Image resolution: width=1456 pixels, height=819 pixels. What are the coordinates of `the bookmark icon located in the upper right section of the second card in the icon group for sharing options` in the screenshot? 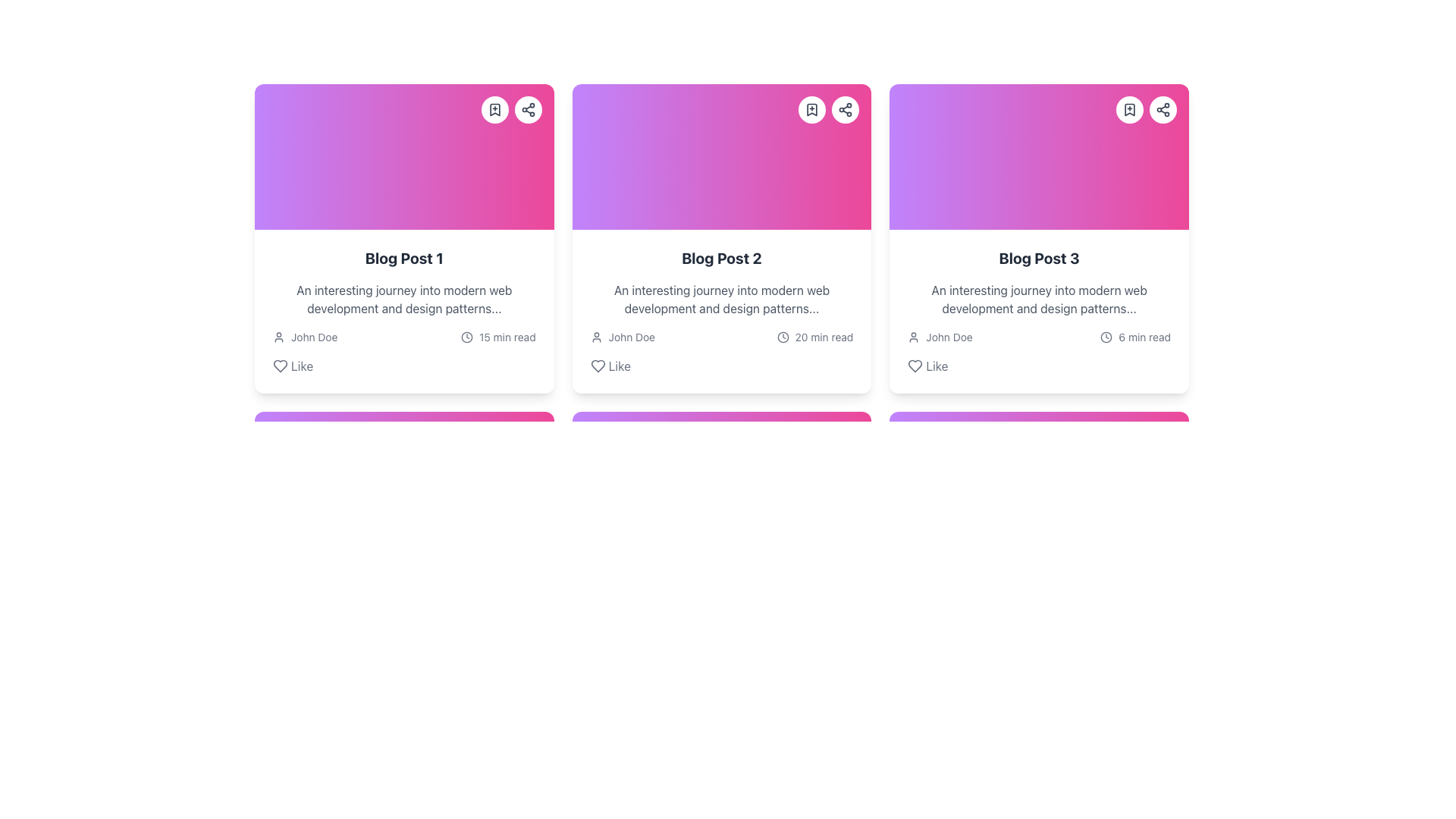 It's located at (811, 109).